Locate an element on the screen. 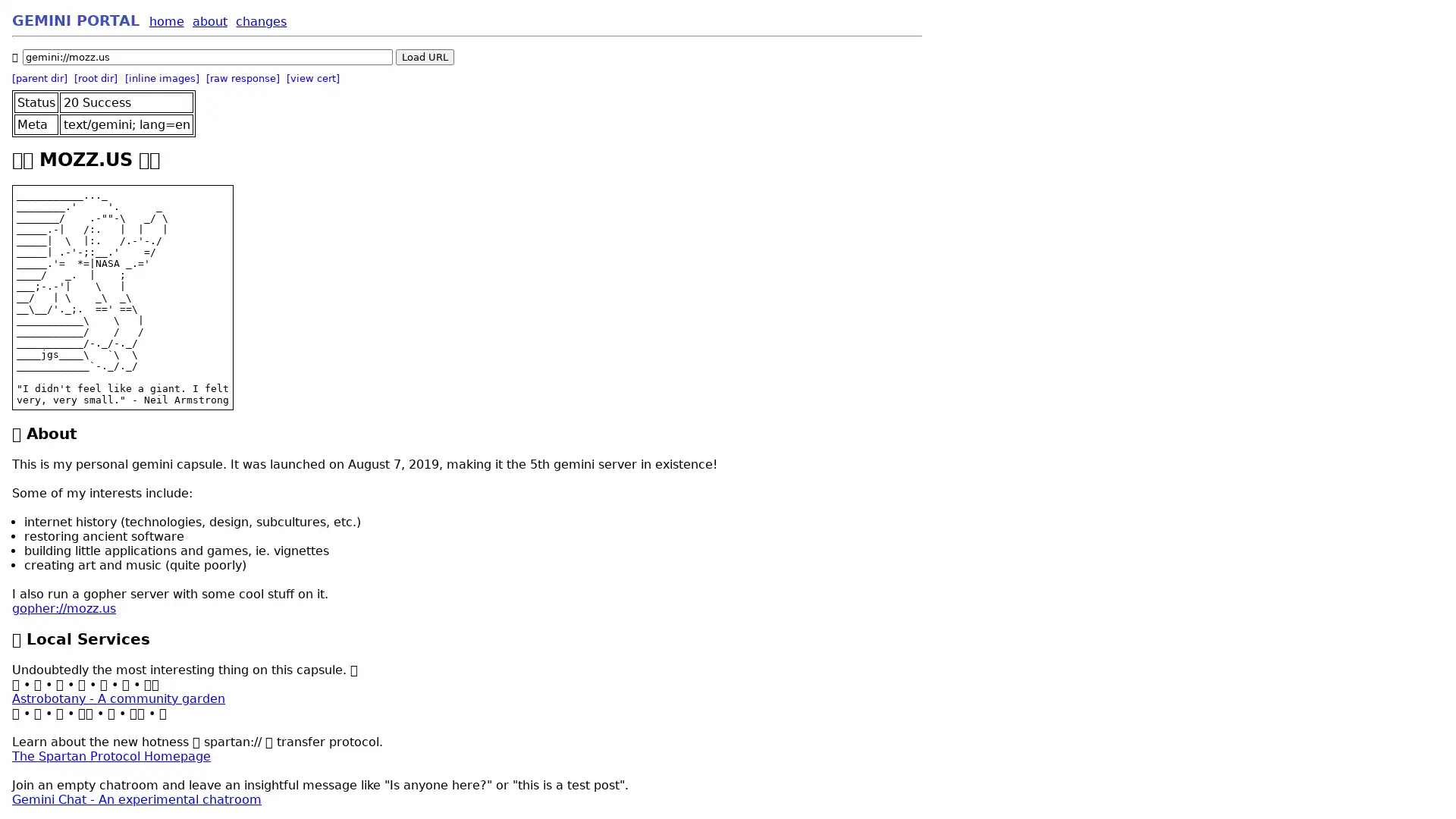 This screenshot has height=819, width=1456. Load URL is located at coordinates (425, 56).